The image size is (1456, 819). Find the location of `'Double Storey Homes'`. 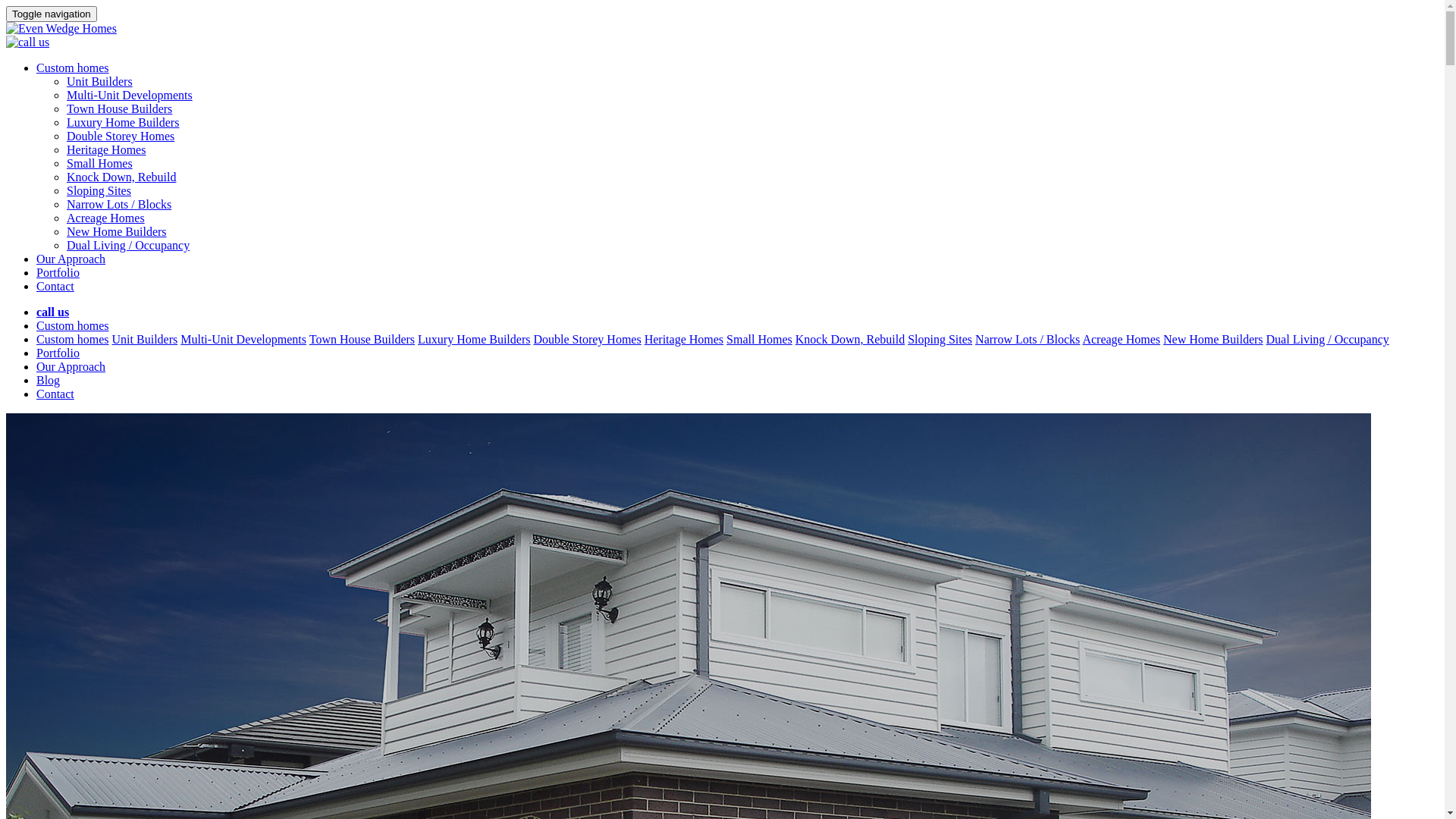

'Double Storey Homes' is located at coordinates (585, 338).